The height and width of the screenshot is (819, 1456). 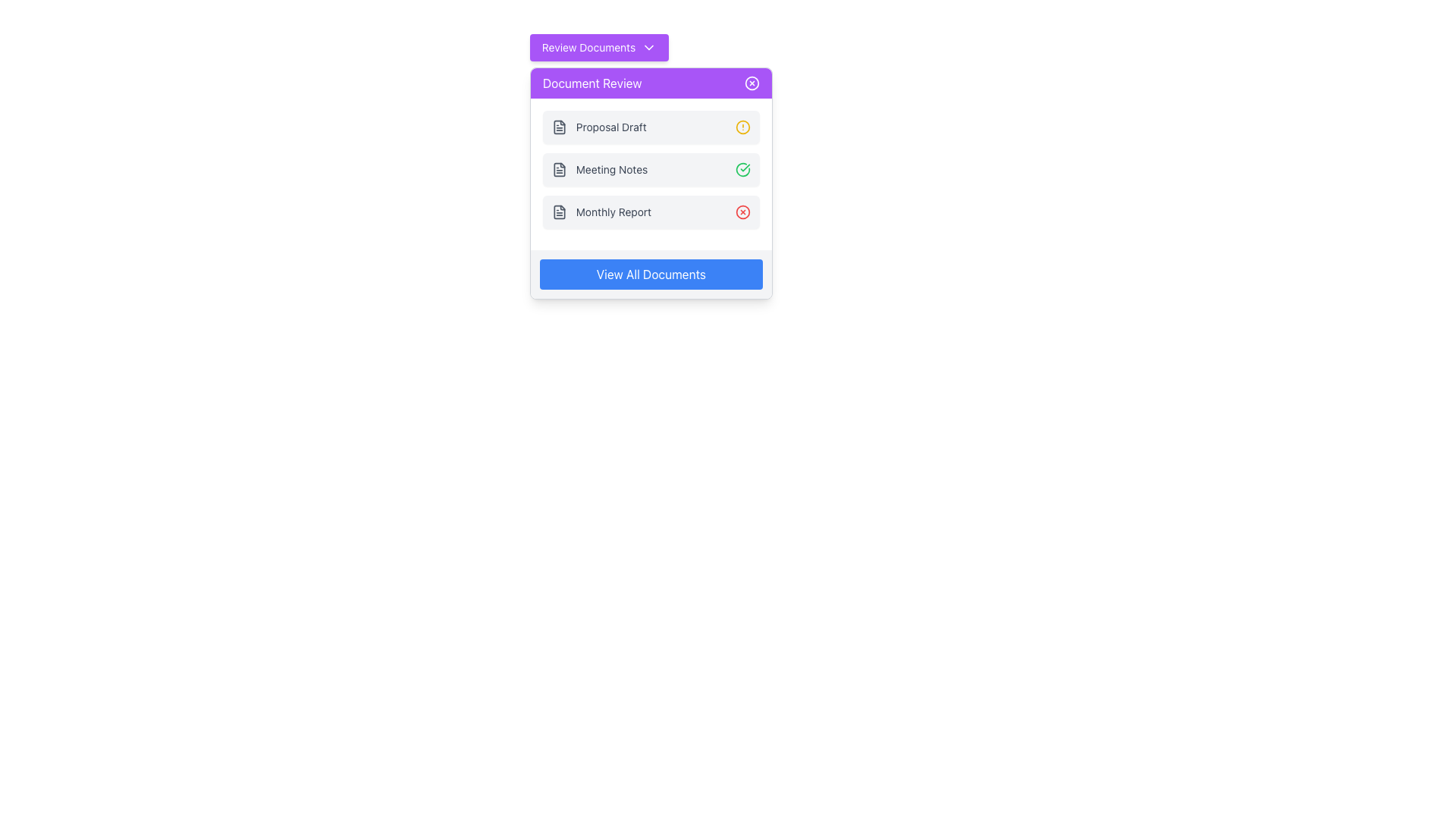 I want to click on the 'Meeting Notes' row in the 'Document Review' dialog, which is the second row in a card-like structure containing textual labels and icons, so click(x=651, y=174).